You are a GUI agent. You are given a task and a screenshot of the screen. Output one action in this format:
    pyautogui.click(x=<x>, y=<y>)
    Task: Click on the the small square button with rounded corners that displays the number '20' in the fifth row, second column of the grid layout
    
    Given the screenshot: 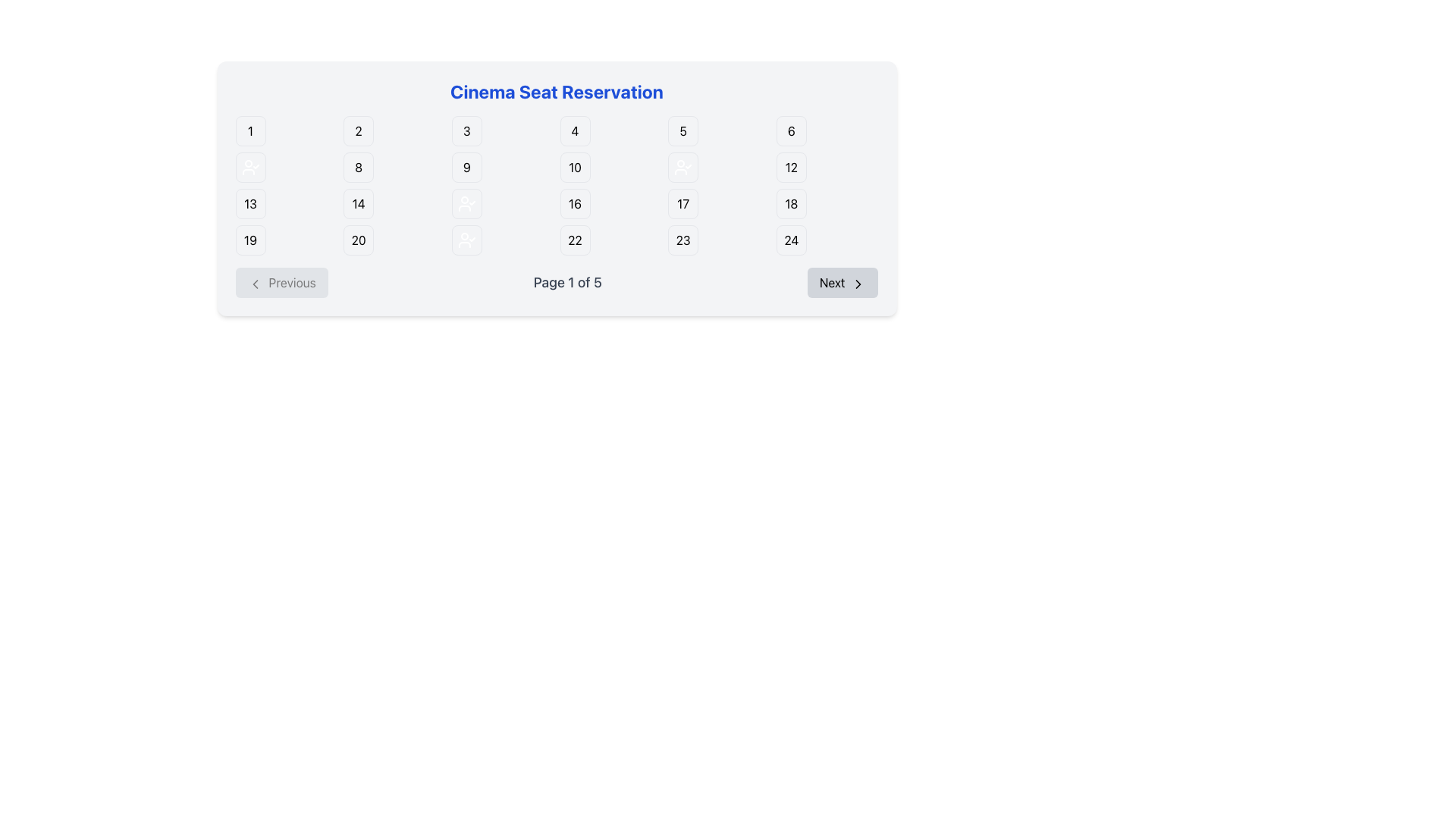 What is the action you would take?
    pyautogui.click(x=358, y=239)
    